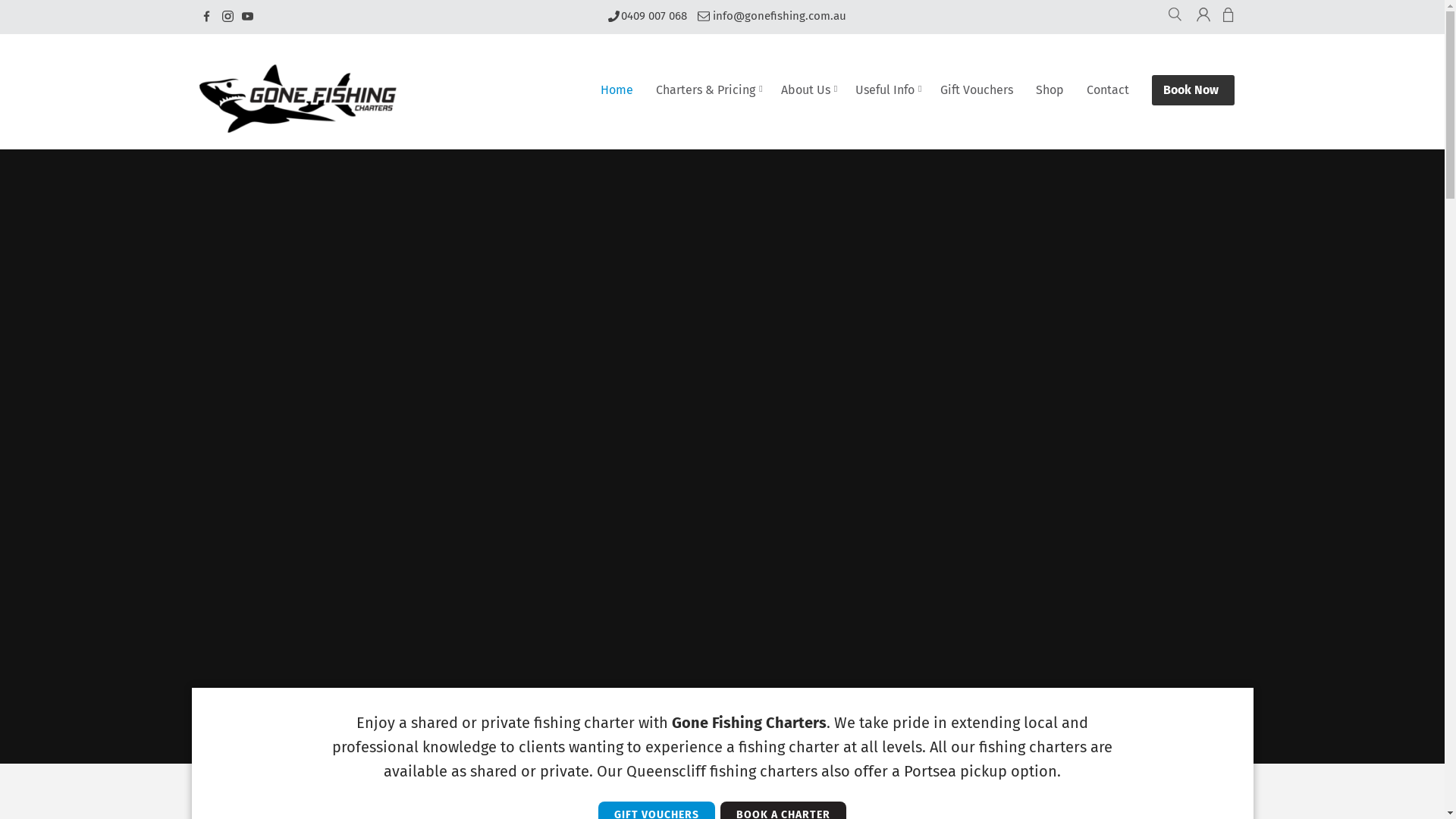  Describe the element at coordinates (646, 17) in the screenshot. I see `'0409 007 068'` at that location.